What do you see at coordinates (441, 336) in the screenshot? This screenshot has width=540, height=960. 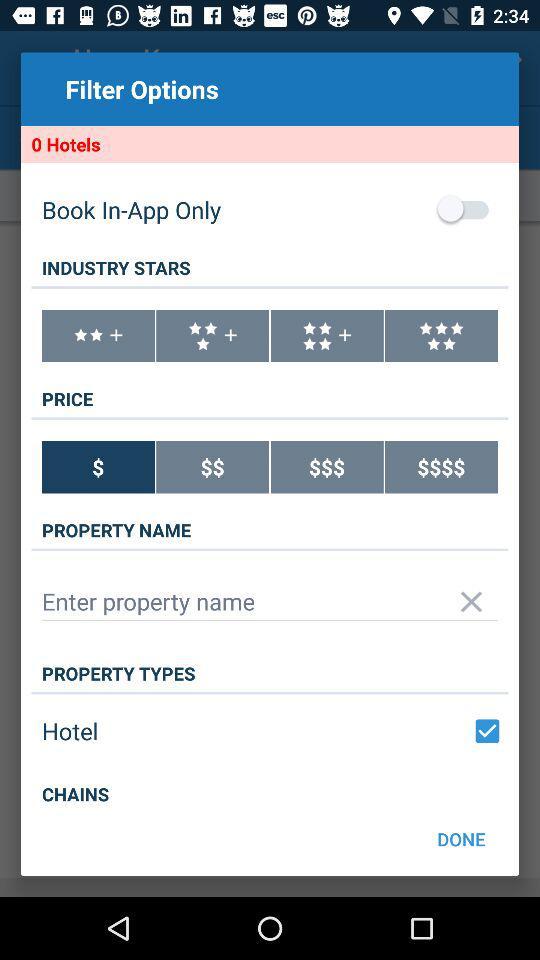 I see `5 stars` at bounding box center [441, 336].